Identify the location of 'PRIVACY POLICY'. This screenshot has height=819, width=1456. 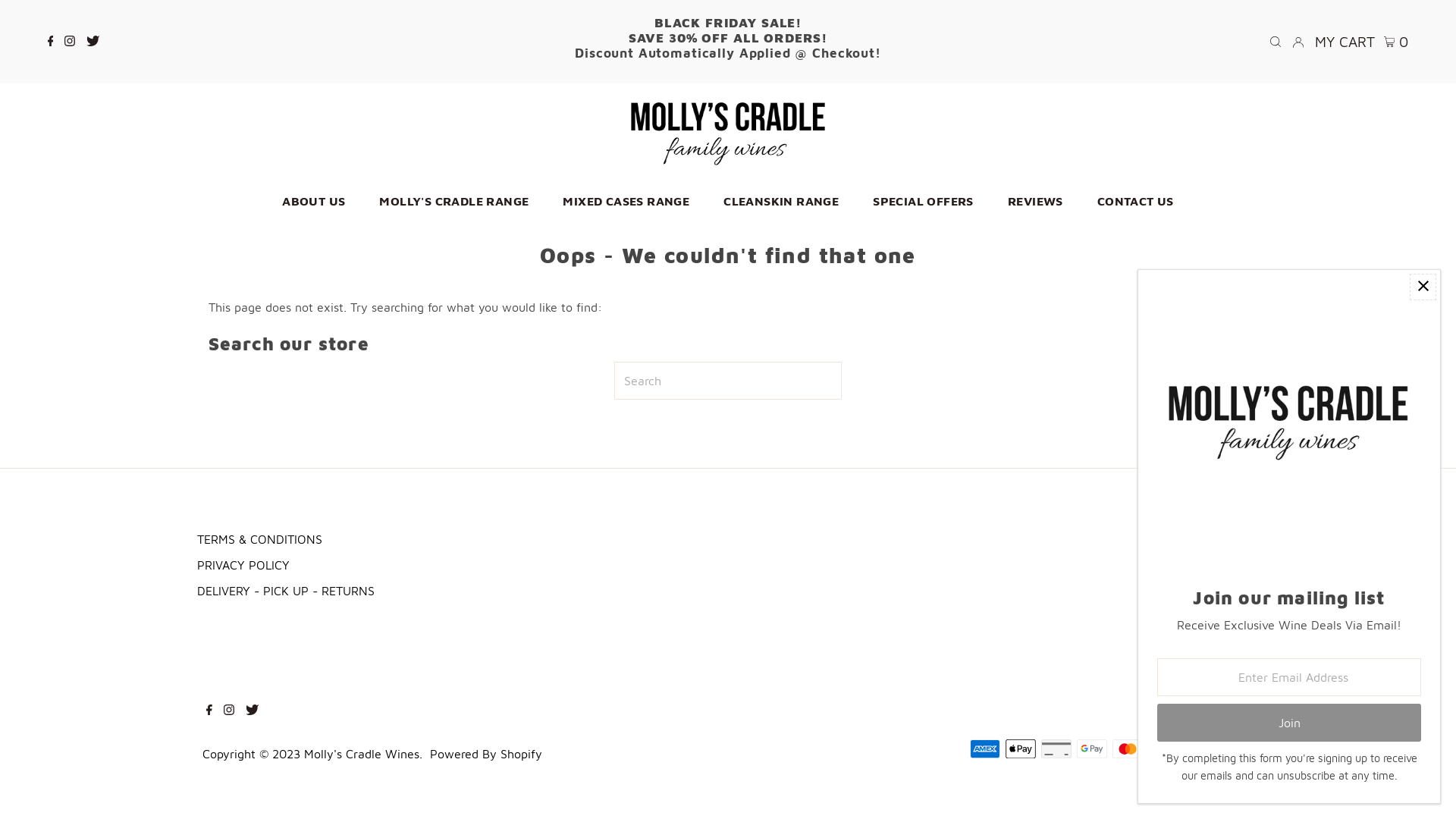
(243, 564).